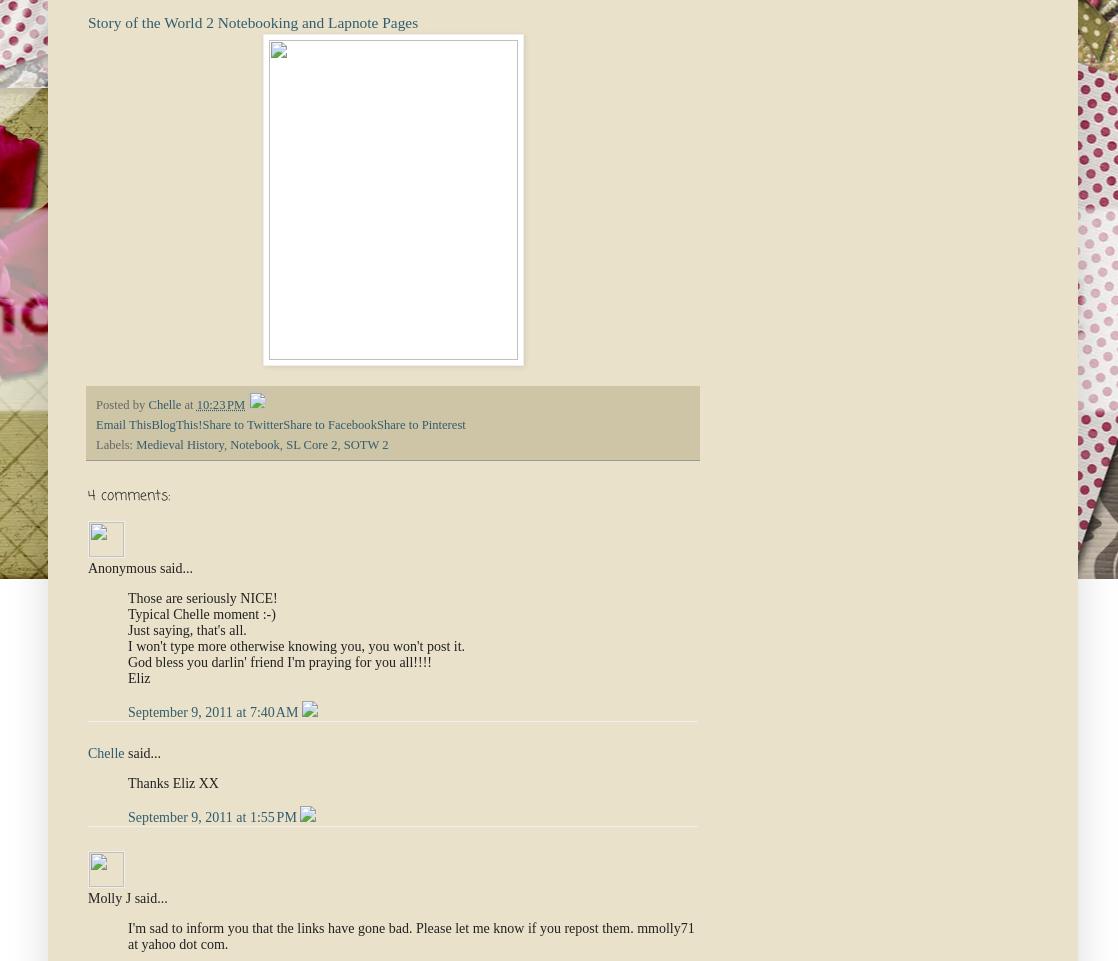 The width and height of the screenshot is (1118, 961). I want to click on 'Eliz', so click(138, 677).